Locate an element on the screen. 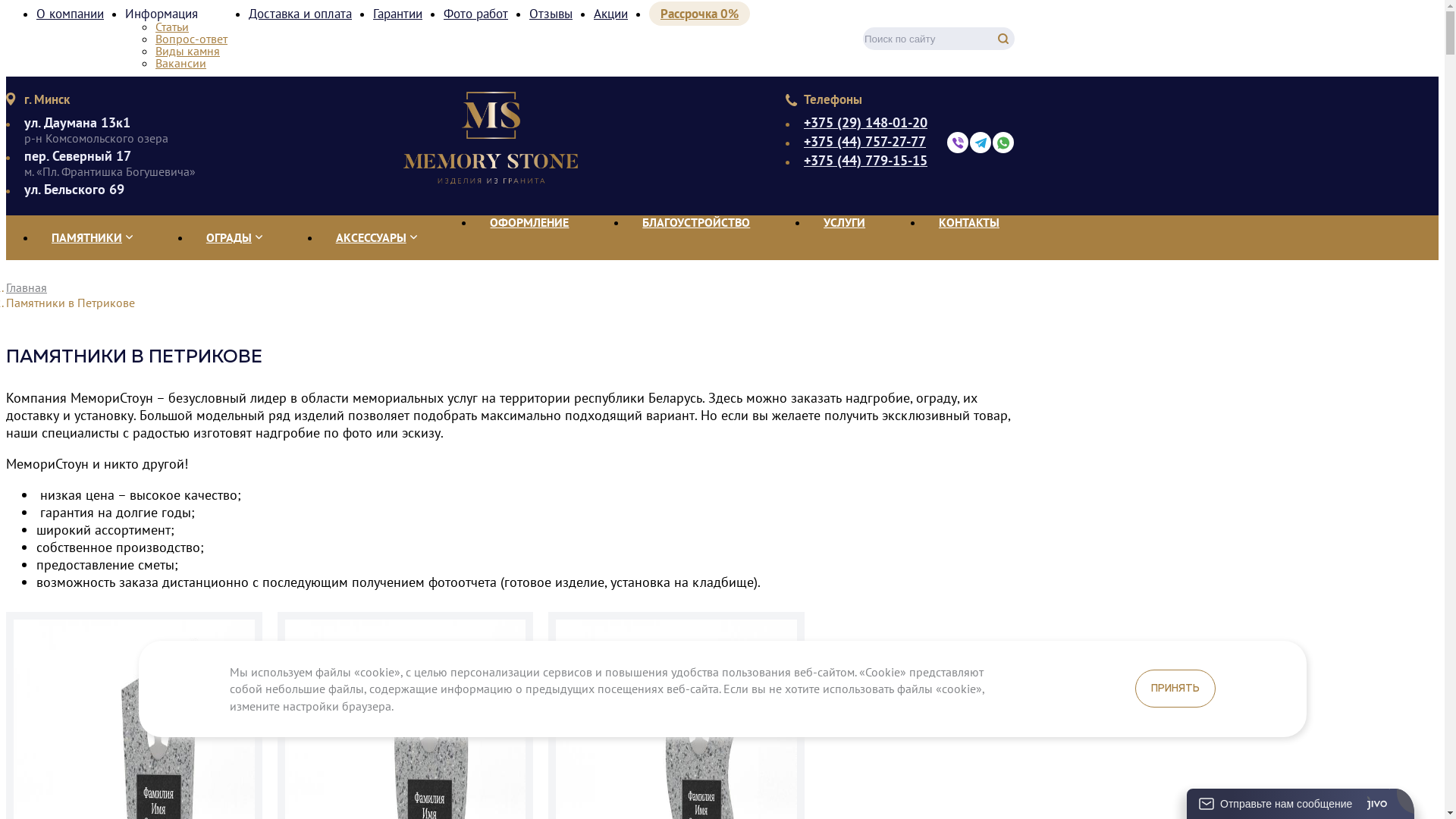 The image size is (1456, 819). '+375 (44) 779-15-15' is located at coordinates (865, 161).